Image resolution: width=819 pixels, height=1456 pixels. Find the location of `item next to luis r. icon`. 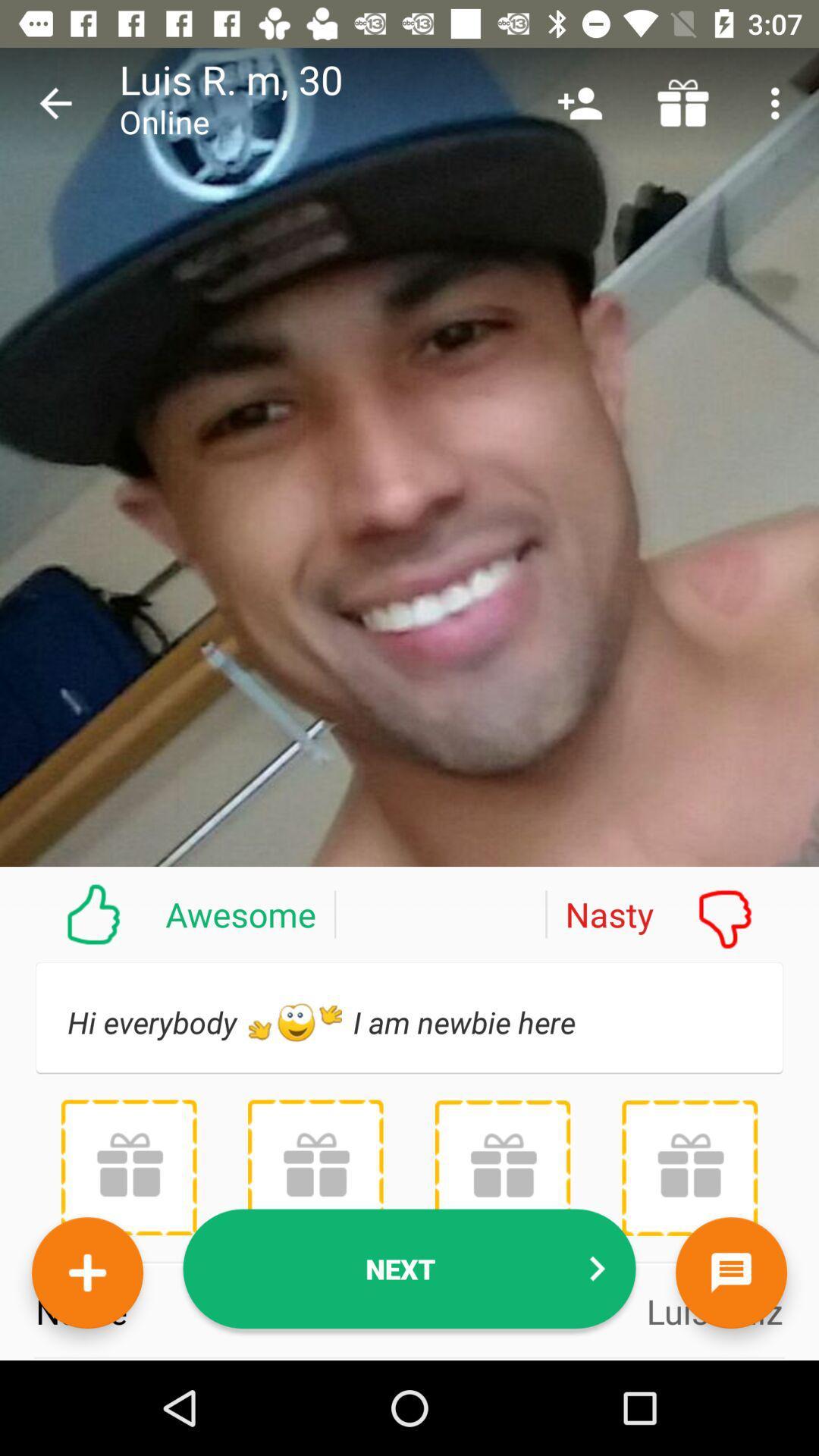

item next to luis r. icon is located at coordinates (55, 102).